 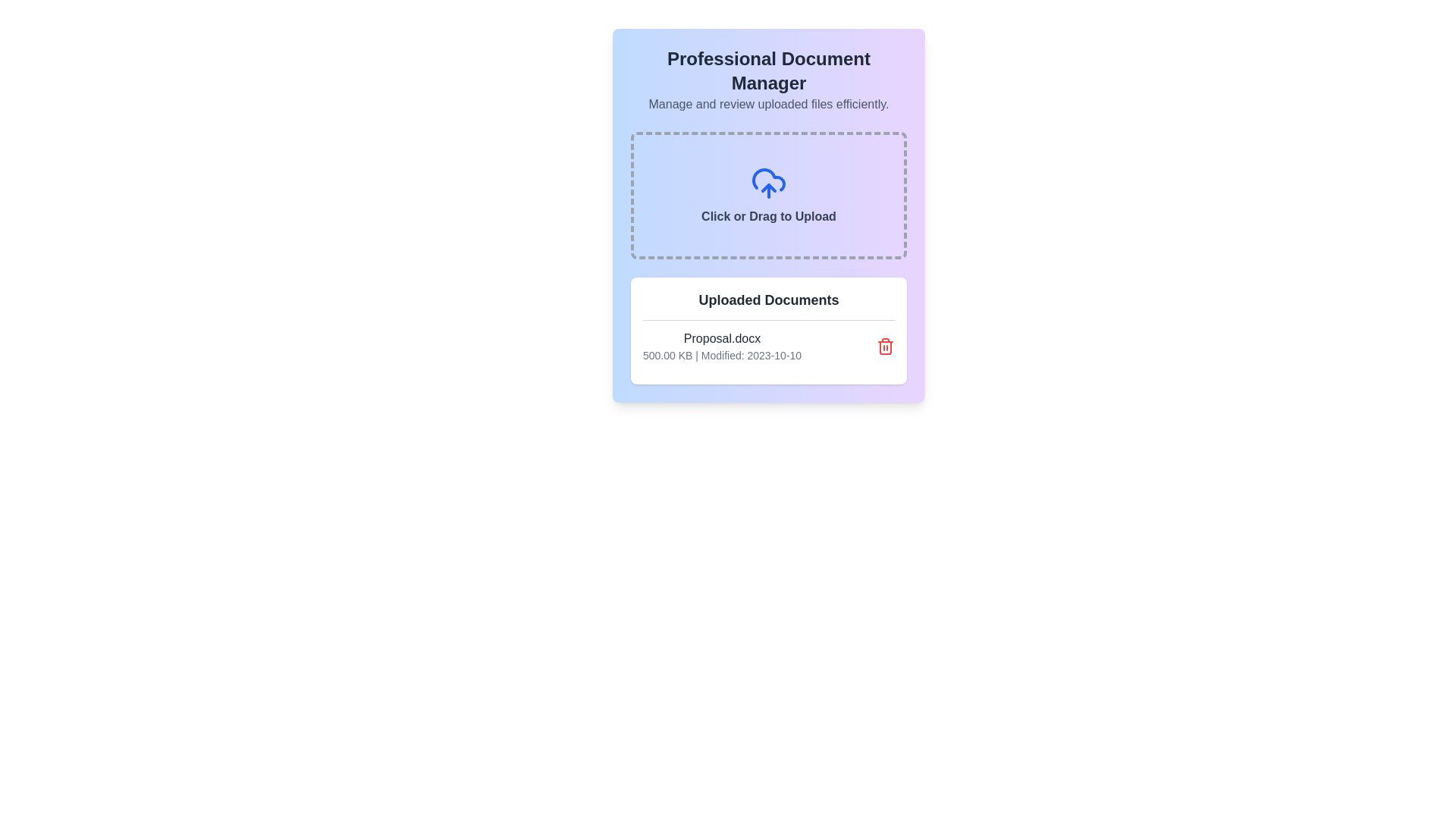 What do you see at coordinates (768, 300) in the screenshot?
I see `the 'Uploaded Documents' text label, which is a bold, large, dark gray header located above the document file listing` at bounding box center [768, 300].